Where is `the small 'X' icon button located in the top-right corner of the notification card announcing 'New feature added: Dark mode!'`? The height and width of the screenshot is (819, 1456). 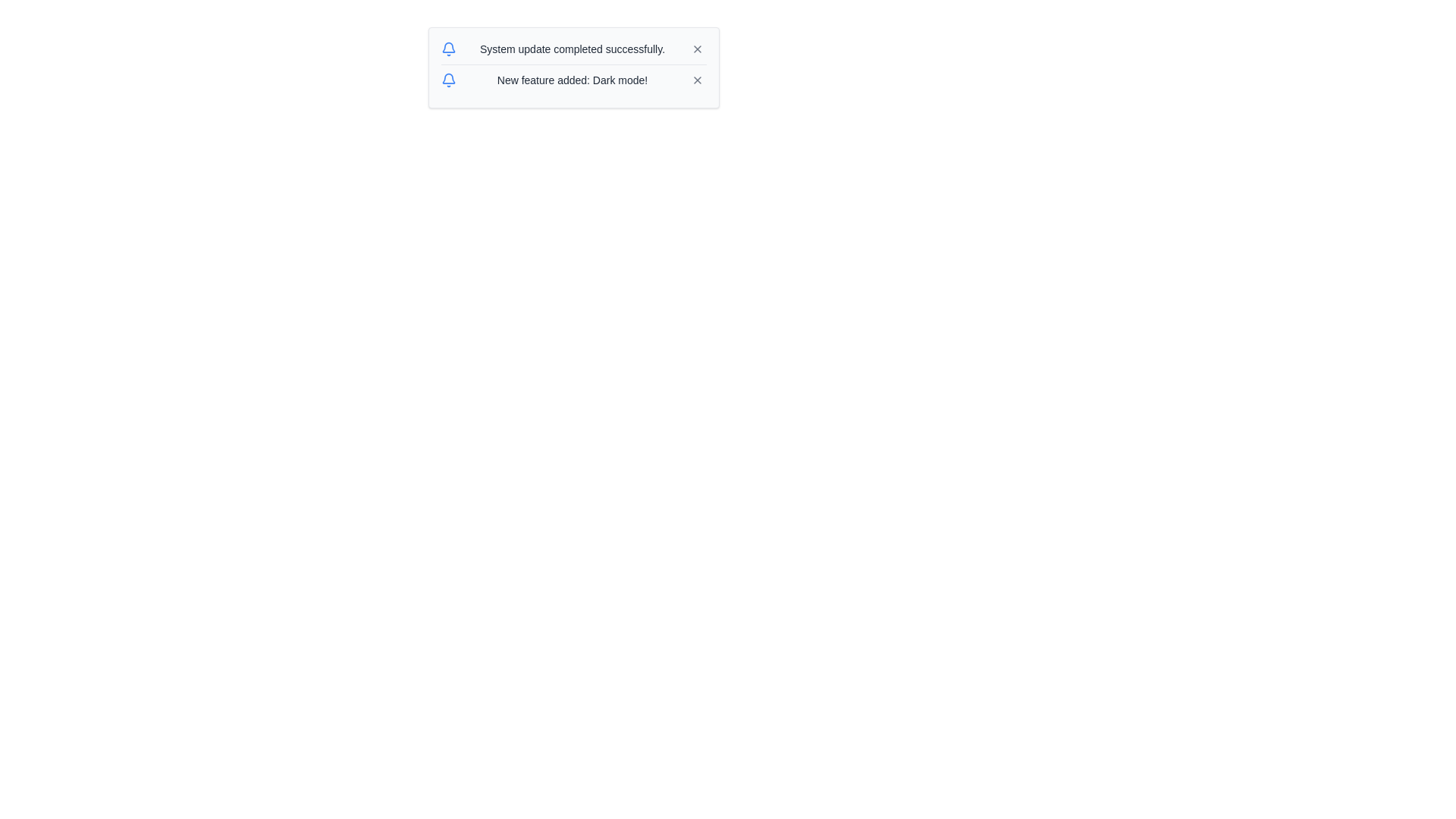
the small 'X' icon button located in the top-right corner of the notification card announcing 'New feature added: Dark mode!' is located at coordinates (697, 80).